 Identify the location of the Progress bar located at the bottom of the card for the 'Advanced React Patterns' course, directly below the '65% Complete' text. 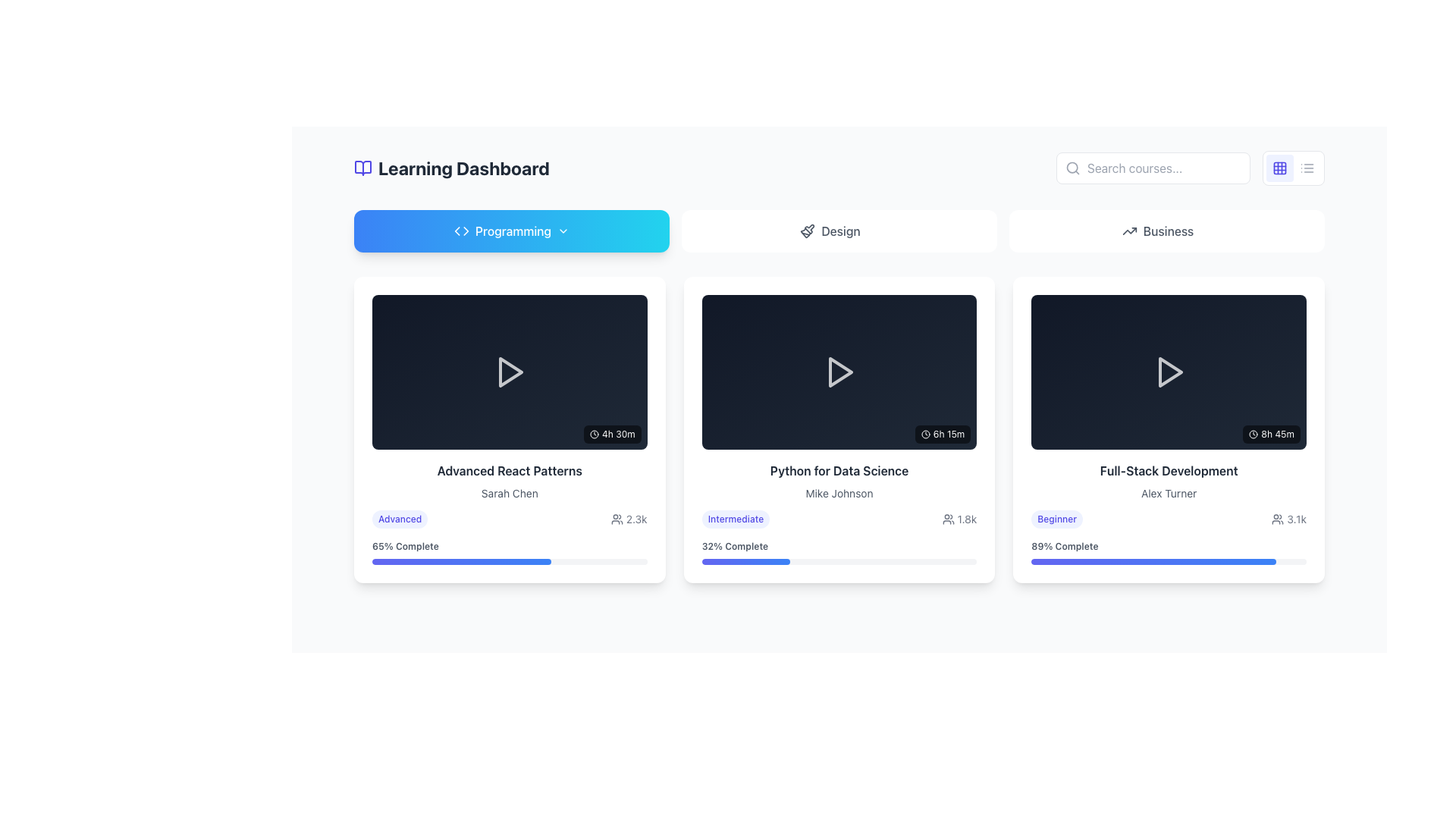
(510, 561).